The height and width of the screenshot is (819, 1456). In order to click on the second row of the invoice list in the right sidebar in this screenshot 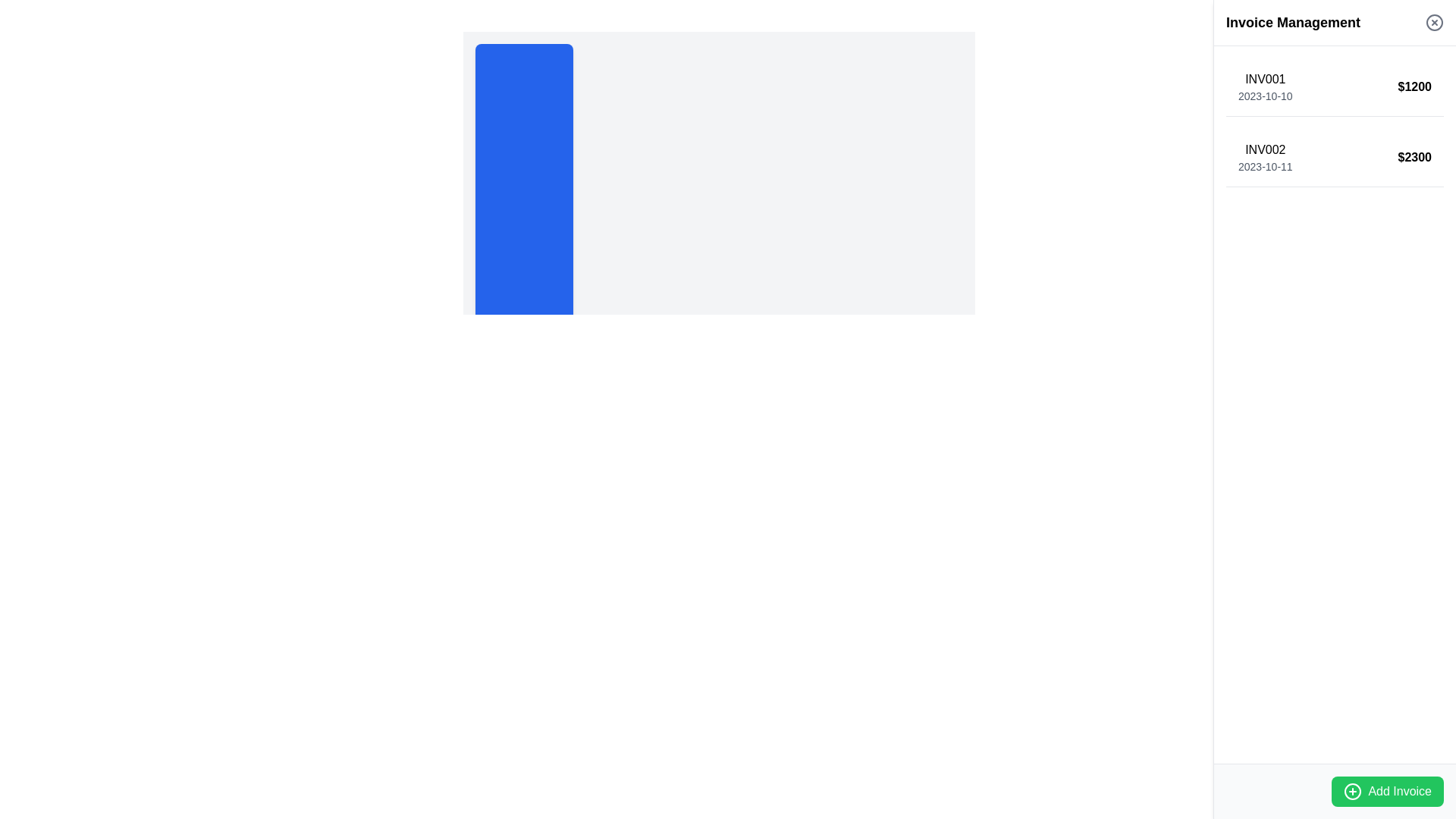, I will do `click(1335, 158)`.